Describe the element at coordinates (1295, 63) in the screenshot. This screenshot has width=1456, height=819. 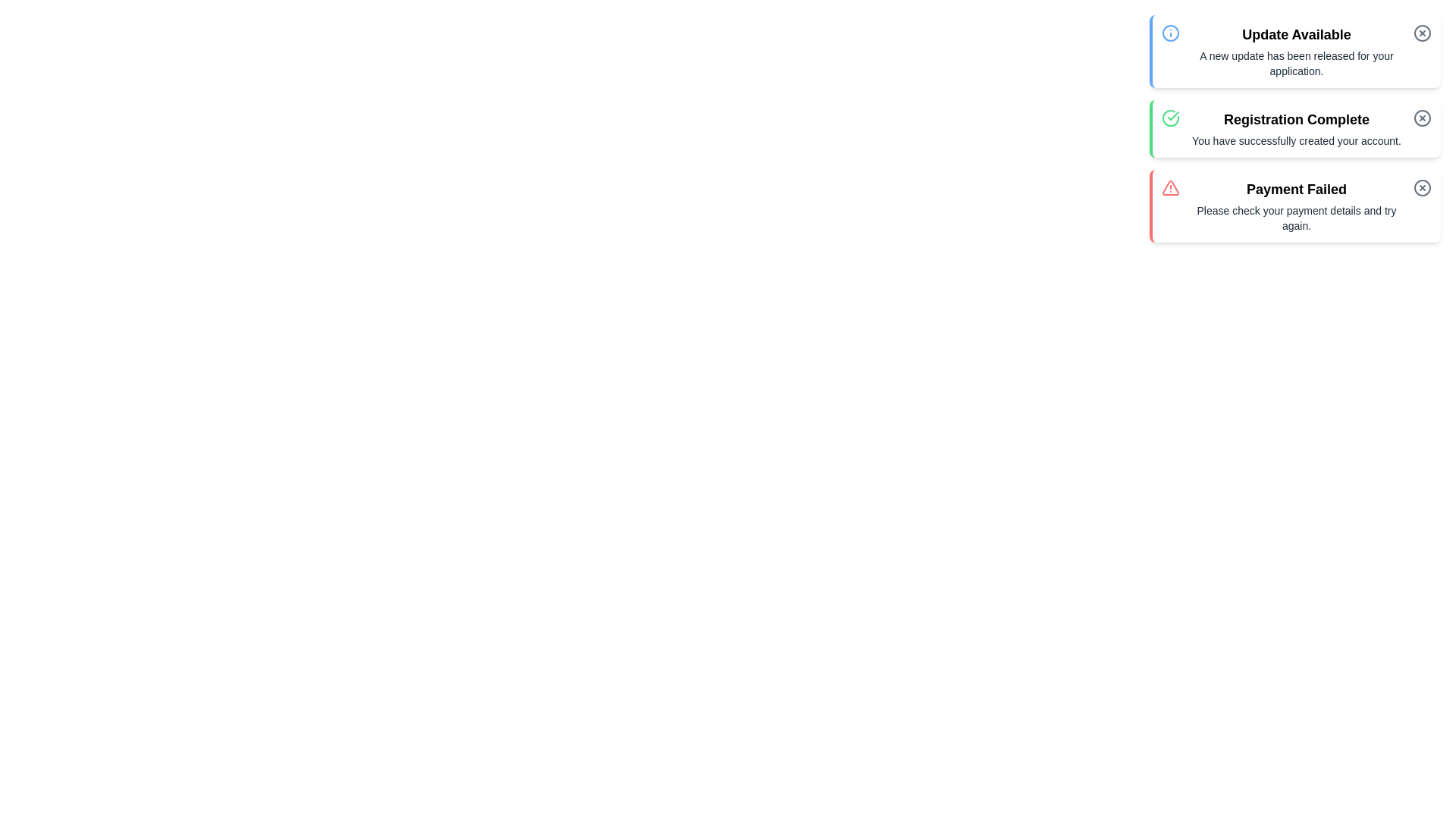
I see `information displayed in the static text label stating 'A new update has been released for your application.', which is styled in a small gray font on a white background, located below the bold header 'Update Available'` at that location.